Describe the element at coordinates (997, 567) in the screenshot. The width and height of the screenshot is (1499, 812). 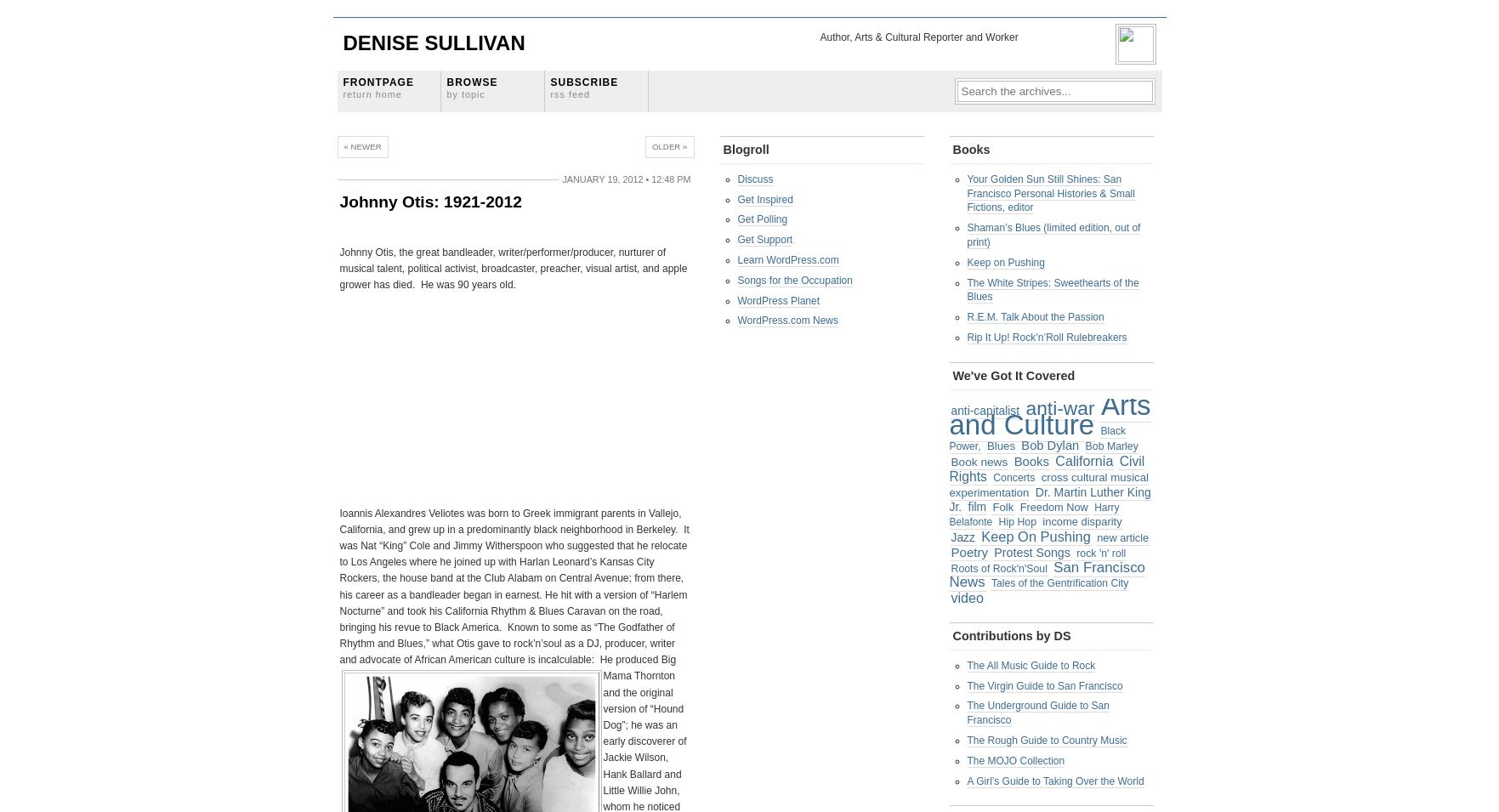
I see `'Roots of Rock'n'Soul'` at that location.